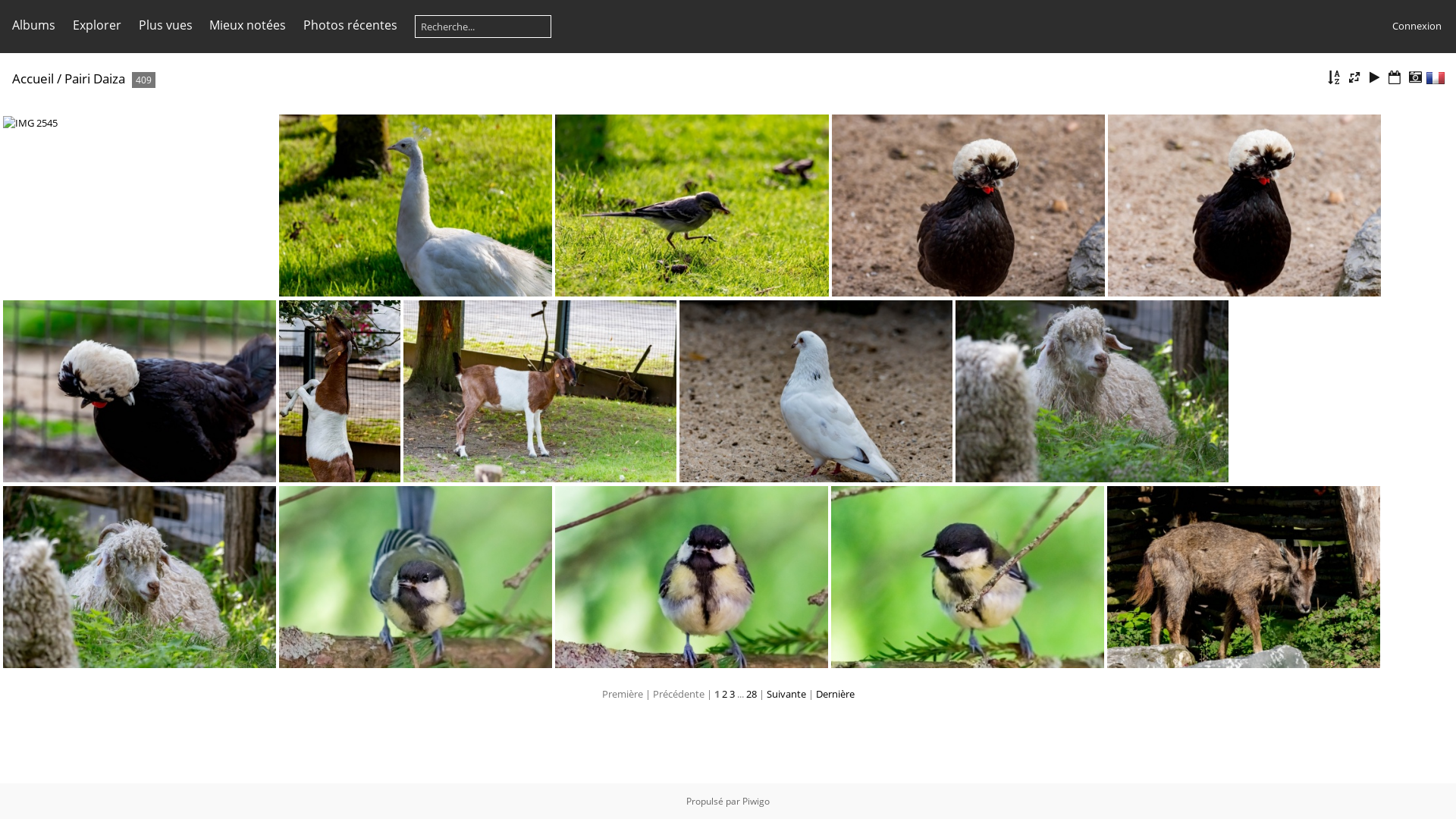 The height and width of the screenshot is (819, 1456). What do you see at coordinates (745, 693) in the screenshot?
I see `'28'` at bounding box center [745, 693].